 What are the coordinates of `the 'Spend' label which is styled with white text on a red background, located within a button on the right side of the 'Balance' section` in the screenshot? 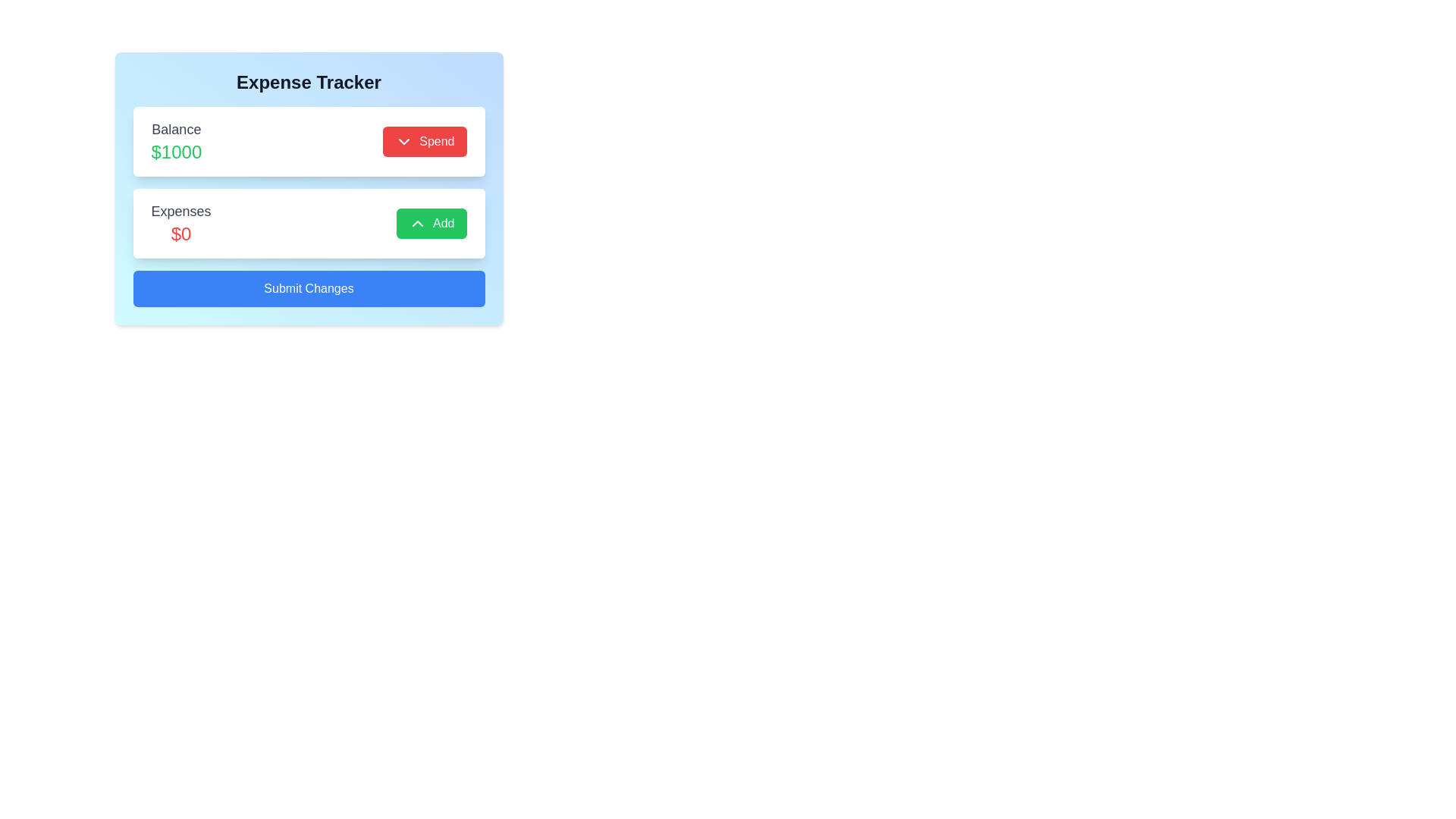 It's located at (436, 141).